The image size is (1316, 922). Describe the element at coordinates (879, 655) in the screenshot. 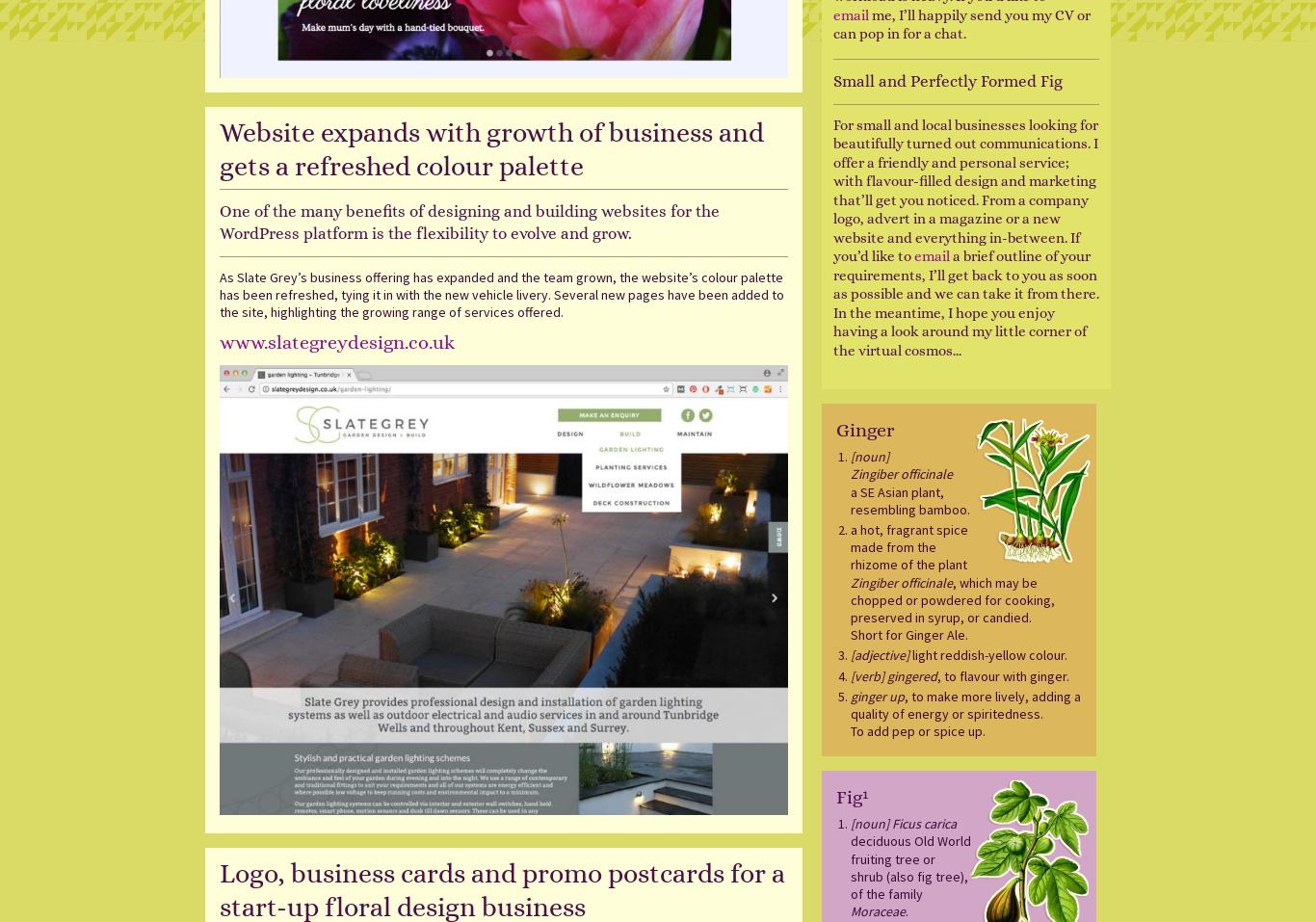

I see `'[adjective]'` at that location.